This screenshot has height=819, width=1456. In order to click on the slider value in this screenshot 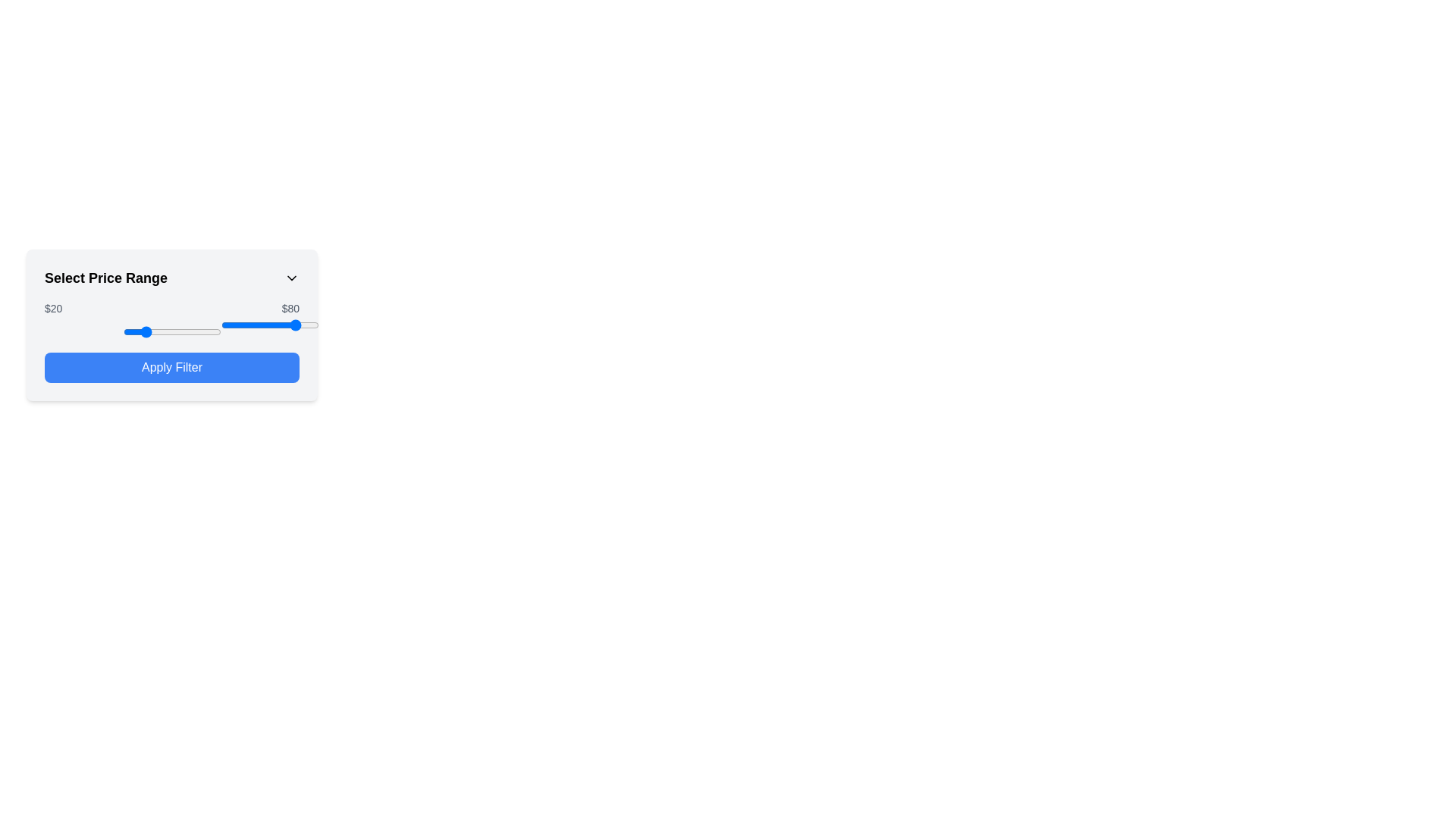, I will do `click(204, 331)`.